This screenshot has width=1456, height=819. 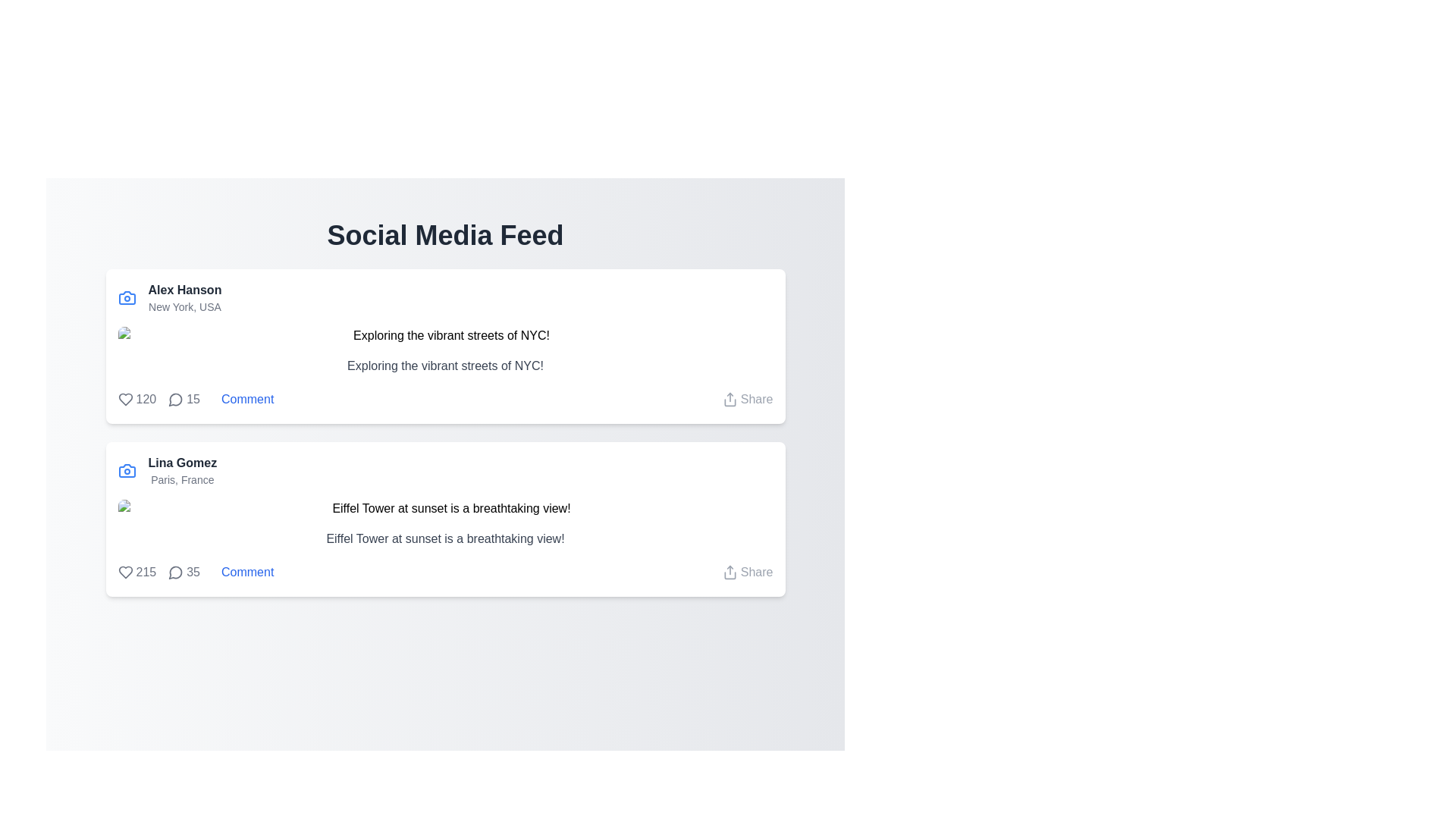 What do you see at coordinates (184, 573) in the screenshot?
I see `numeric label displaying the number '35' located next to the comment icon within the second post card, adjacent to the heart-shaped like count and to the left of the 'Comment' button` at bounding box center [184, 573].